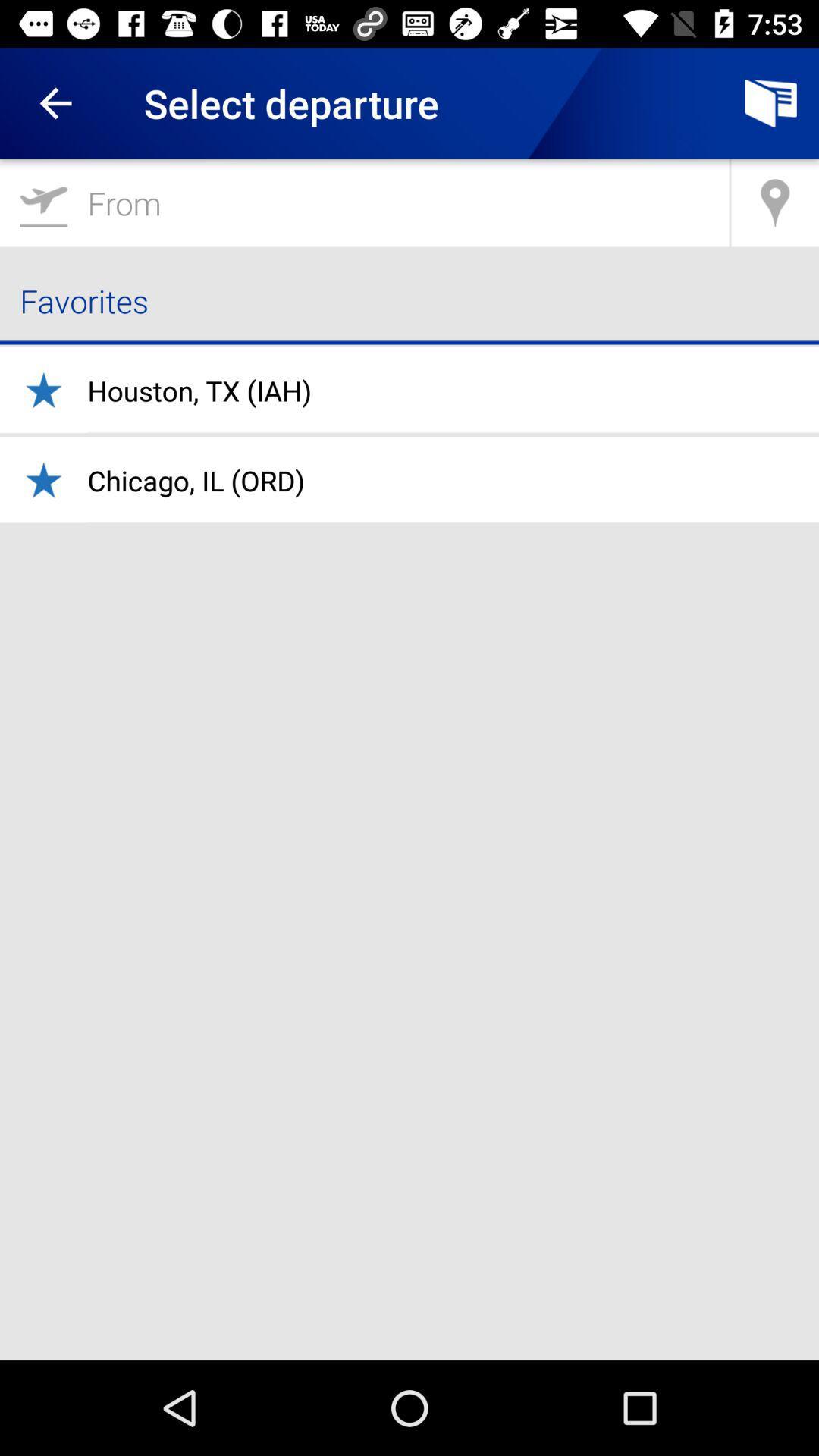  What do you see at coordinates (195, 479) in the screenshot?
I see `the chicago, il (ord) icon` at bounding box center [195, 479].